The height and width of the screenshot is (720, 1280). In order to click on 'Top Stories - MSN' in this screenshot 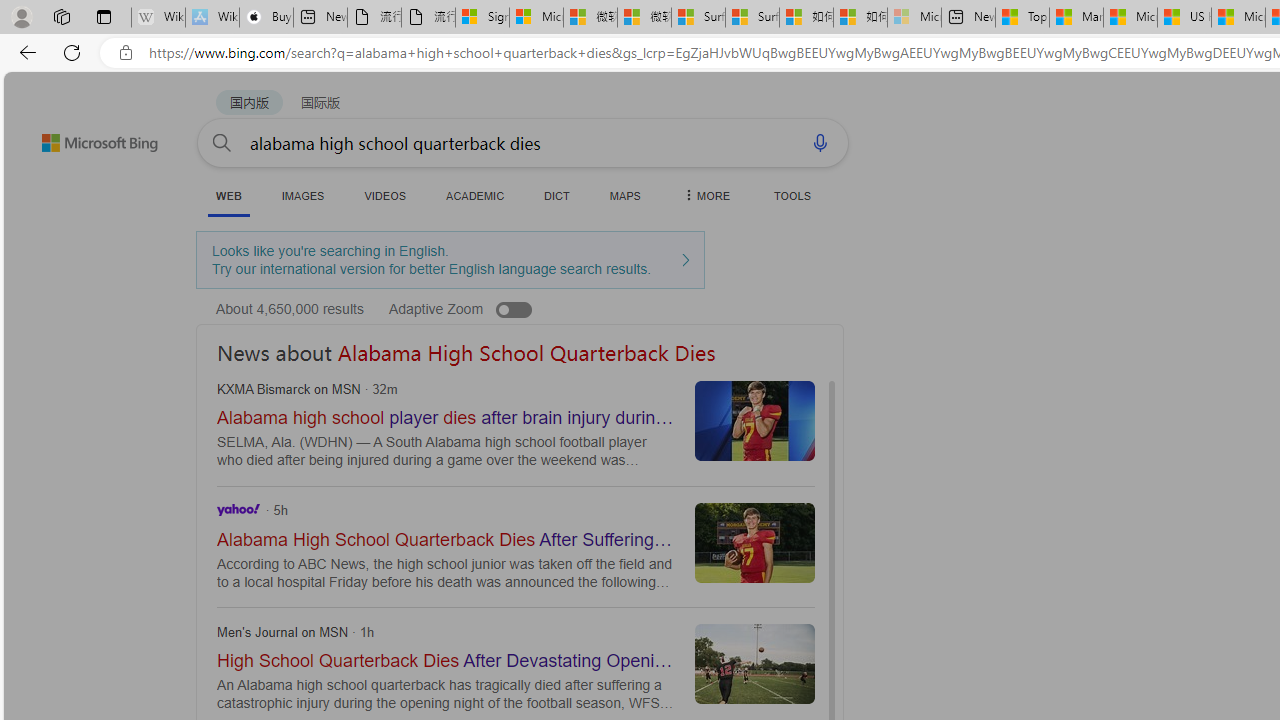, I will do `click(1022, 17)`.